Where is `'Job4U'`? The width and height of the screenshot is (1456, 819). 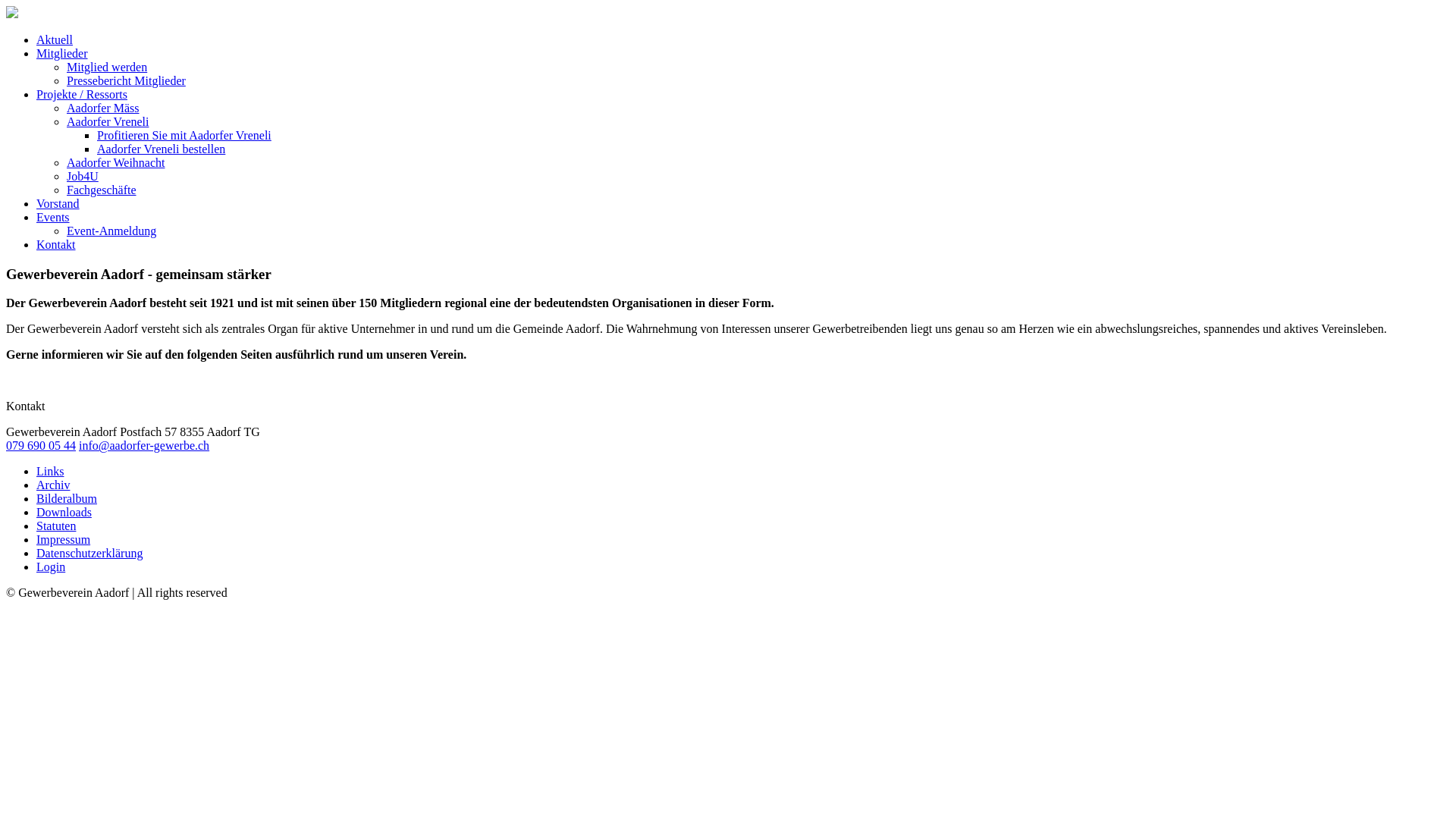
'Job4U' is located at coordinates (82, 175).